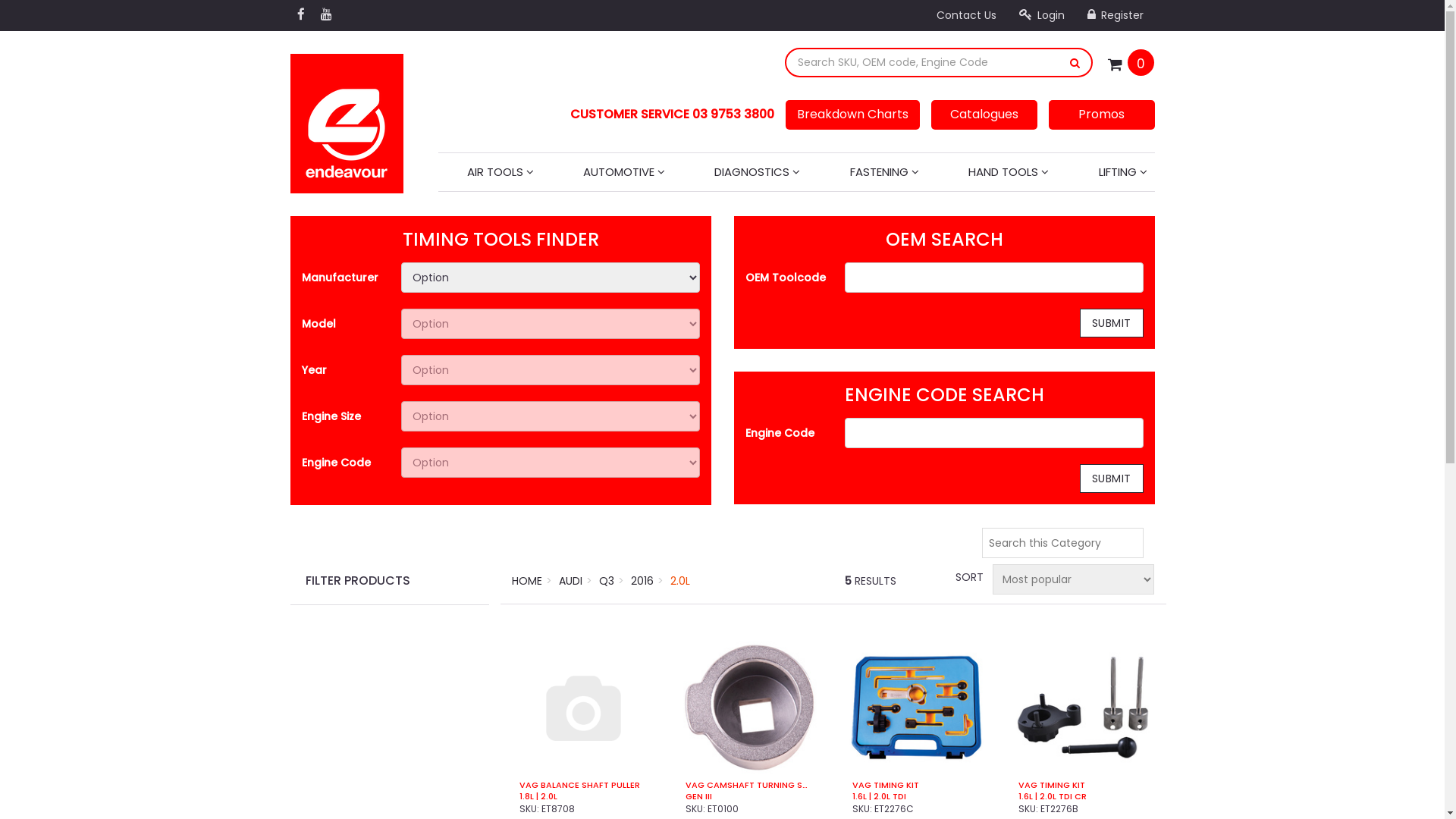 The width and height of the screenshot is (1456, 819). Describe the element at coordinates (1008, 171) in the screenshot. I see `'HAND TOOLS'` at that location.